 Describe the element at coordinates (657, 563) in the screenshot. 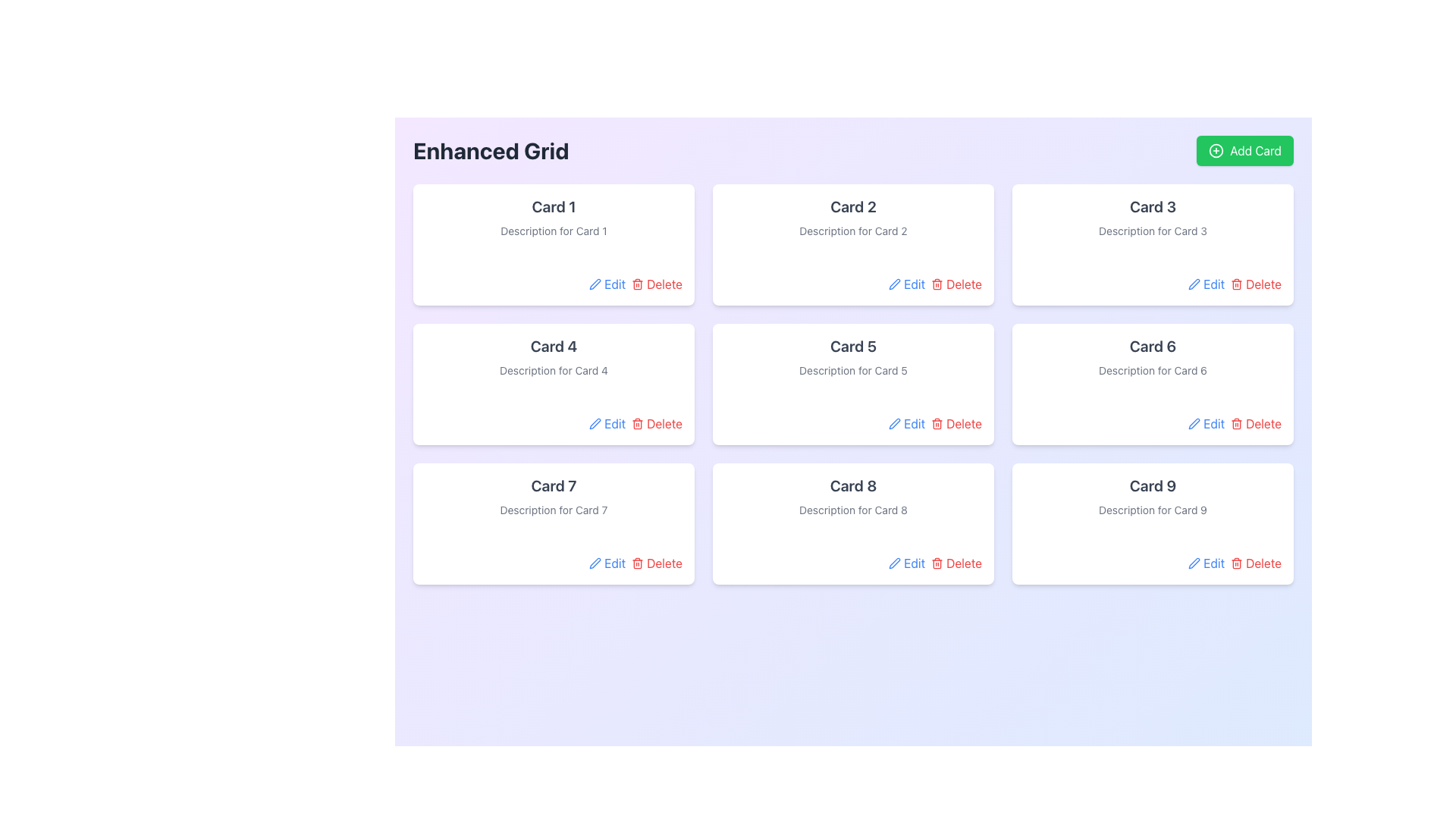

I see `the red 'Delete' button with a trash can icon located at the bottom-right of card 7 to change its shade` at that location.